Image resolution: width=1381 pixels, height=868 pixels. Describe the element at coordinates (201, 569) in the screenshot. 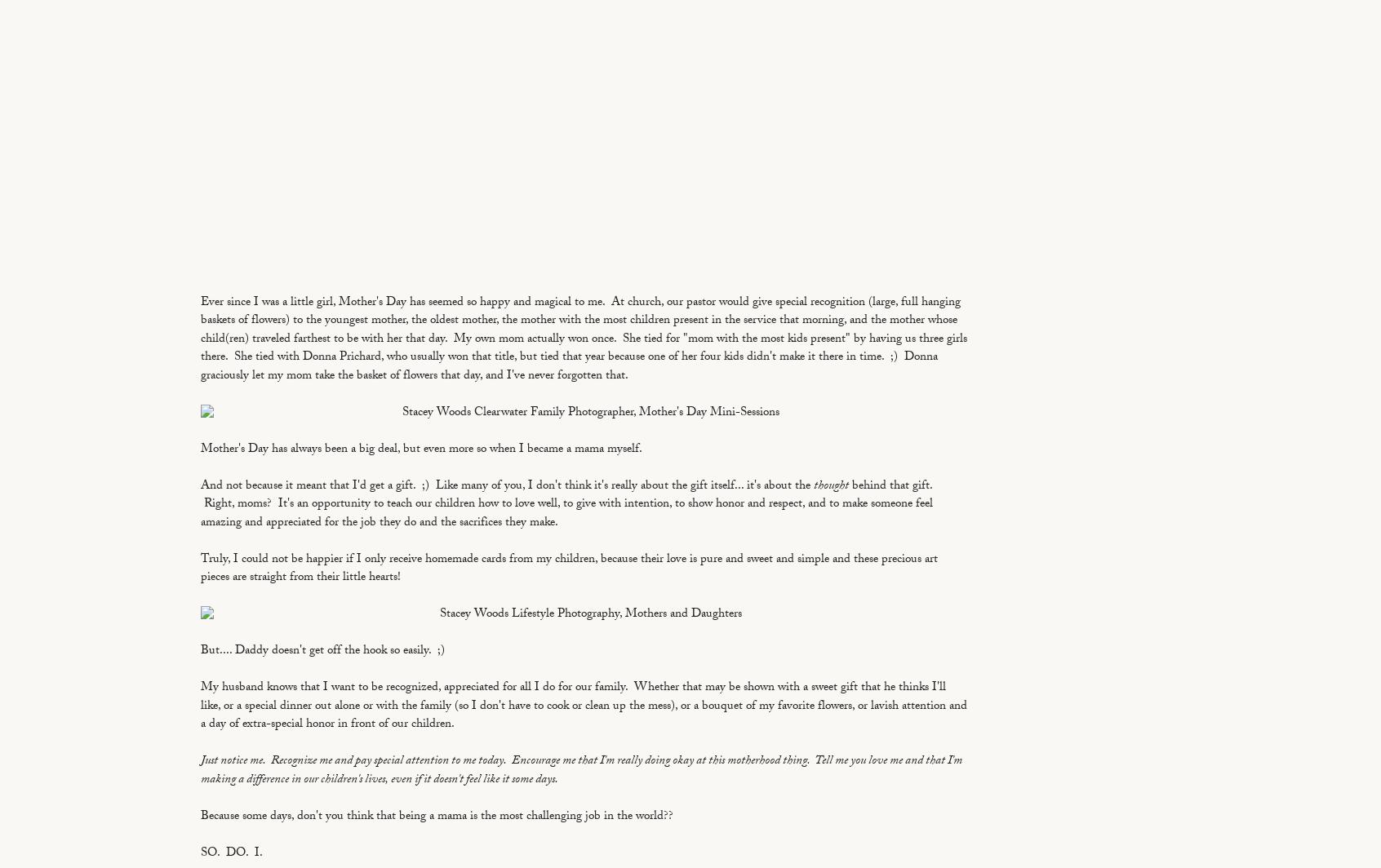

I see `'Truly, I could not be happier if I only receive homemade cards from my children, because their love is pure and sweet and simple and these precious art pieces are straight from their little hearts!'` at that location.